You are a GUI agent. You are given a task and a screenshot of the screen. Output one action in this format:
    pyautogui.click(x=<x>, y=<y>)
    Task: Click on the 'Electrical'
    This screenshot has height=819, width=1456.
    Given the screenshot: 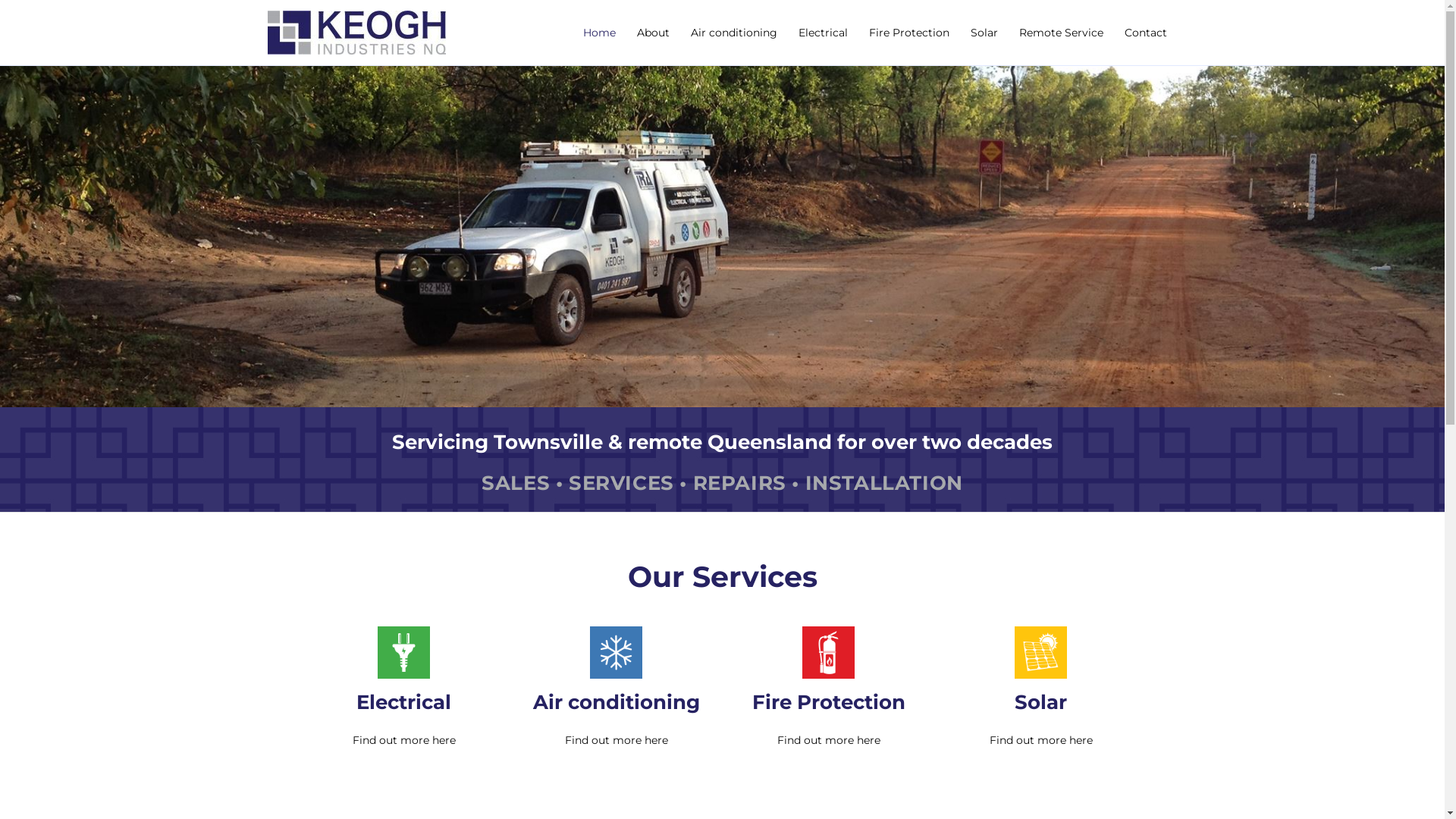 What is the action you would take?
    pyautogui.click(x=821, y=32)
    